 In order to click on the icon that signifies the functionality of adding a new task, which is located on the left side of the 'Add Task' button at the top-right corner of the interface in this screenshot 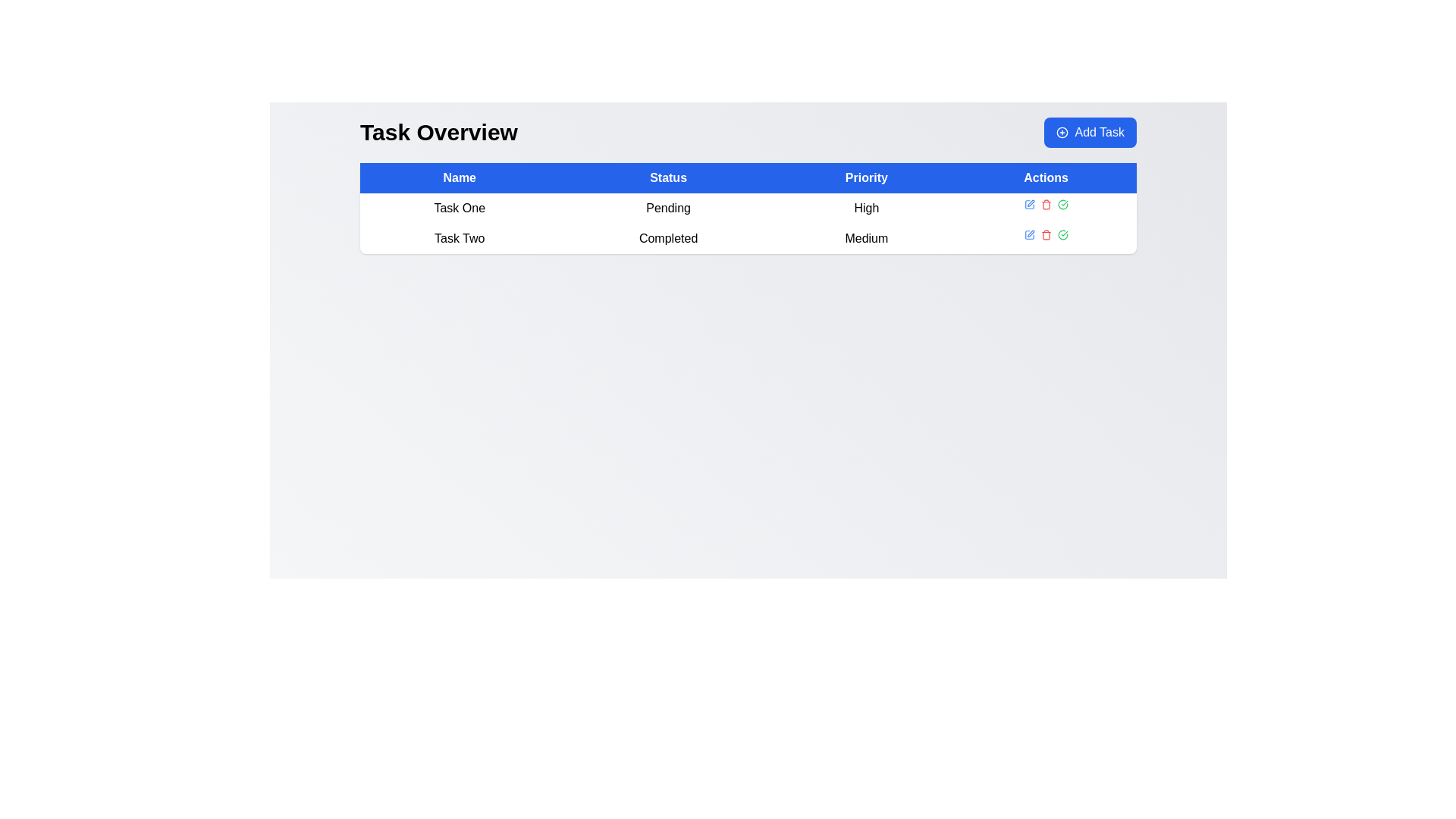, I will do `click(1062, 131)`.